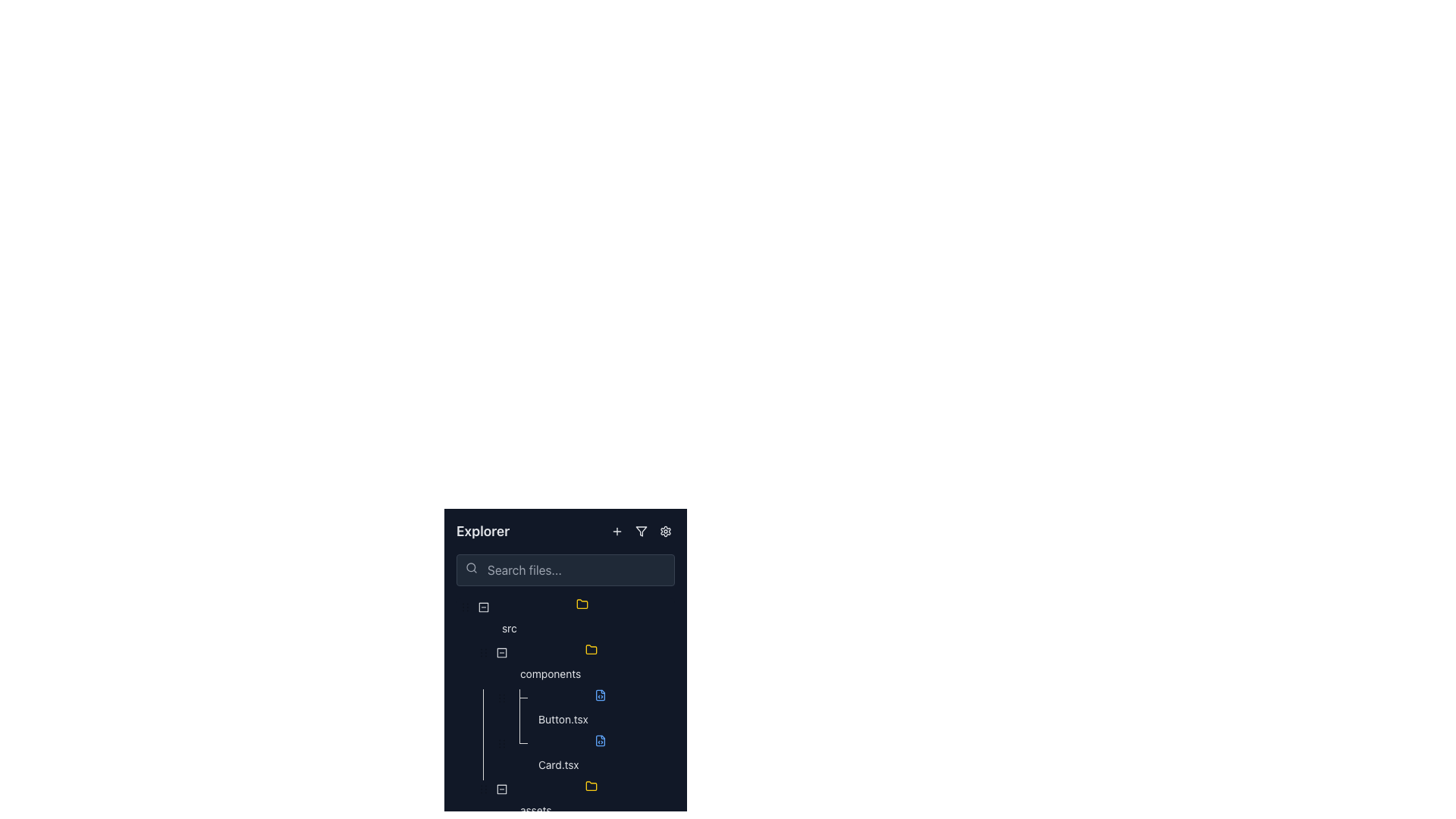 This screenshot has width=1456, height=819. Describe the element at coordinates (603, 711) in the screenshot. I see `the 'Button.tsx' file in the file explorer` at that location.